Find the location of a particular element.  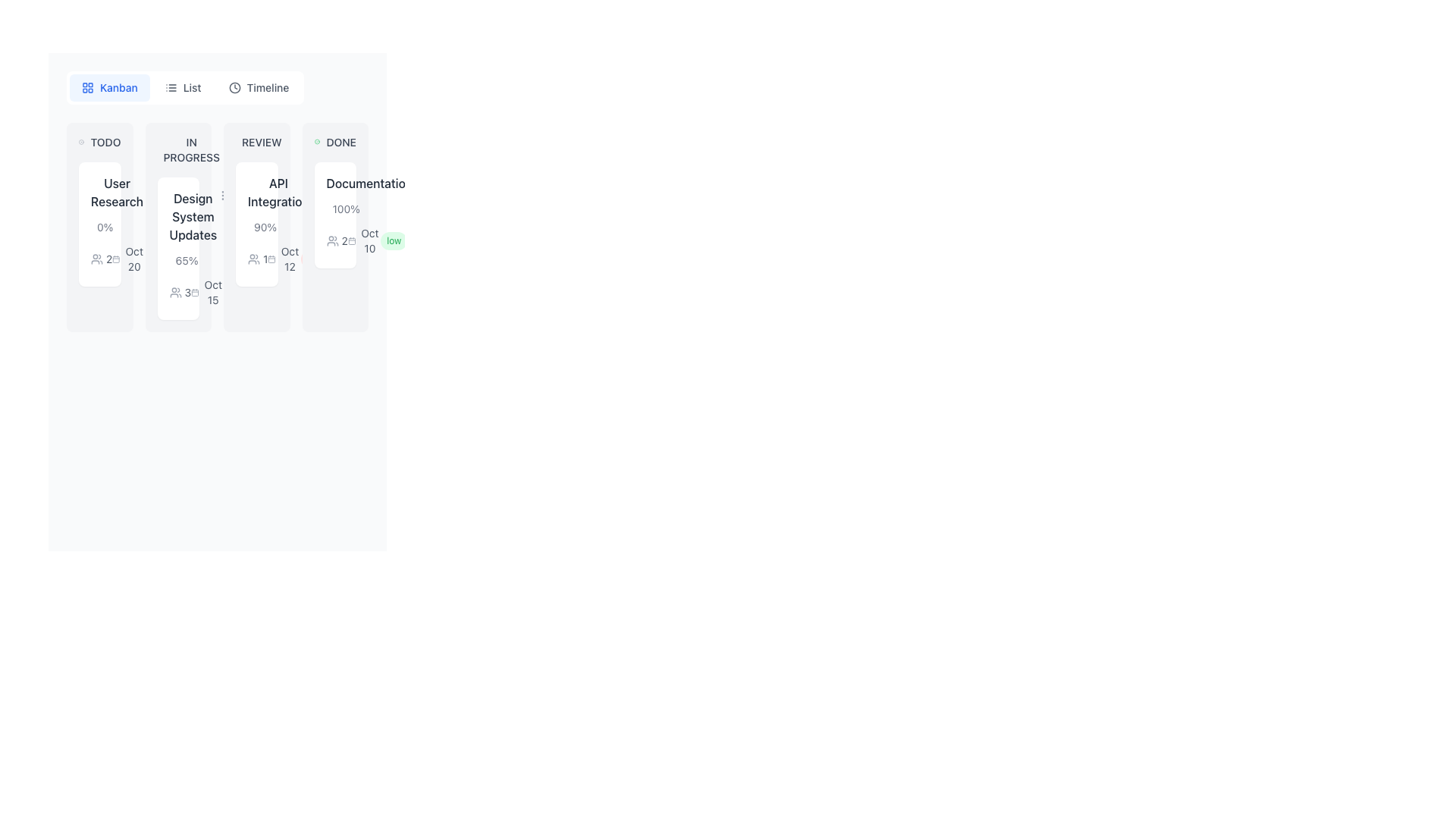

the icon resembling a group of people in the first card under the 'TODO' section of the Kanban board, which is adjacent to the text '2' is located at coordinates (96, 259).